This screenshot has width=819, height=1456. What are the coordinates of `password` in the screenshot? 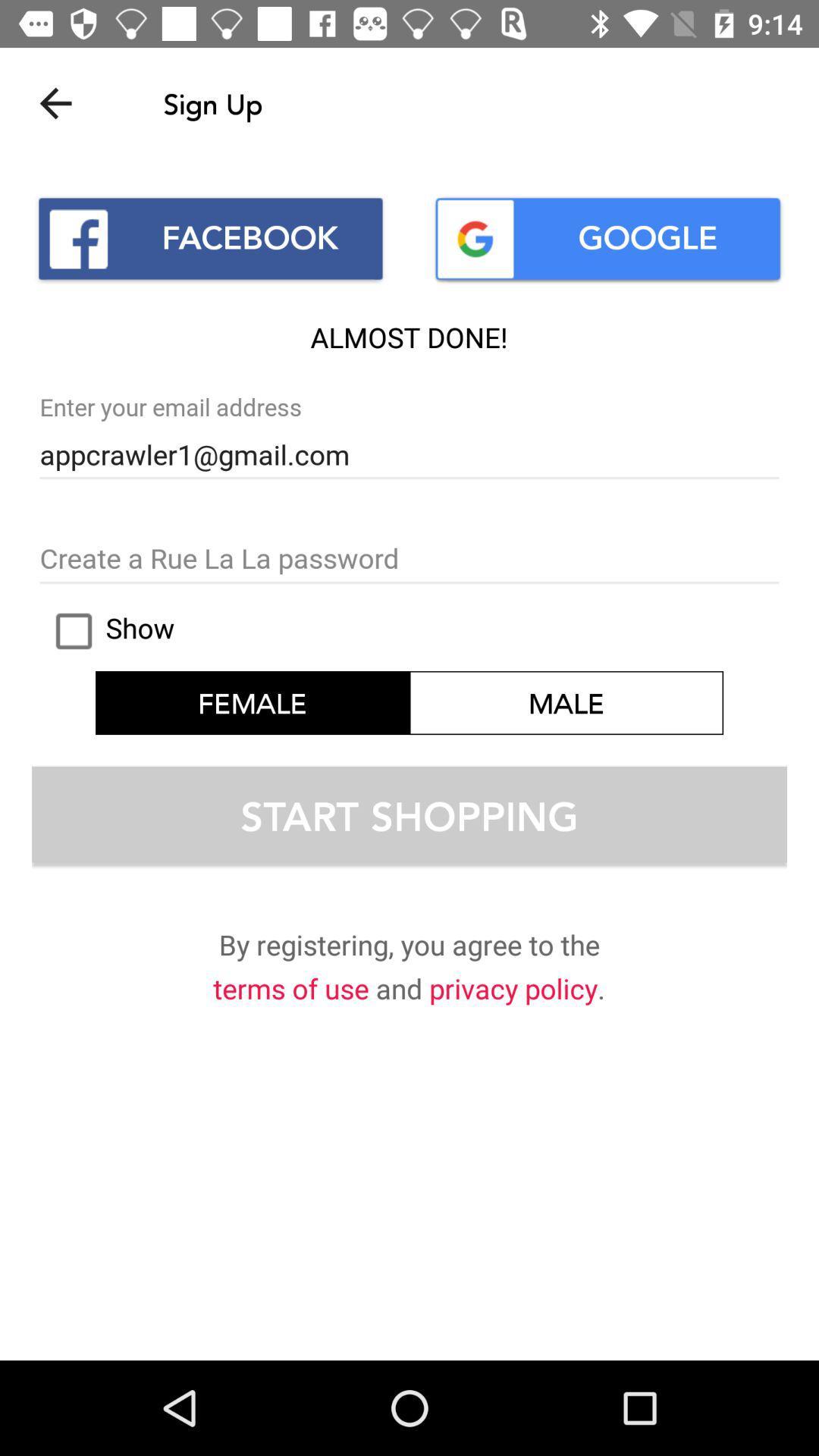 It's located at (409, 559).